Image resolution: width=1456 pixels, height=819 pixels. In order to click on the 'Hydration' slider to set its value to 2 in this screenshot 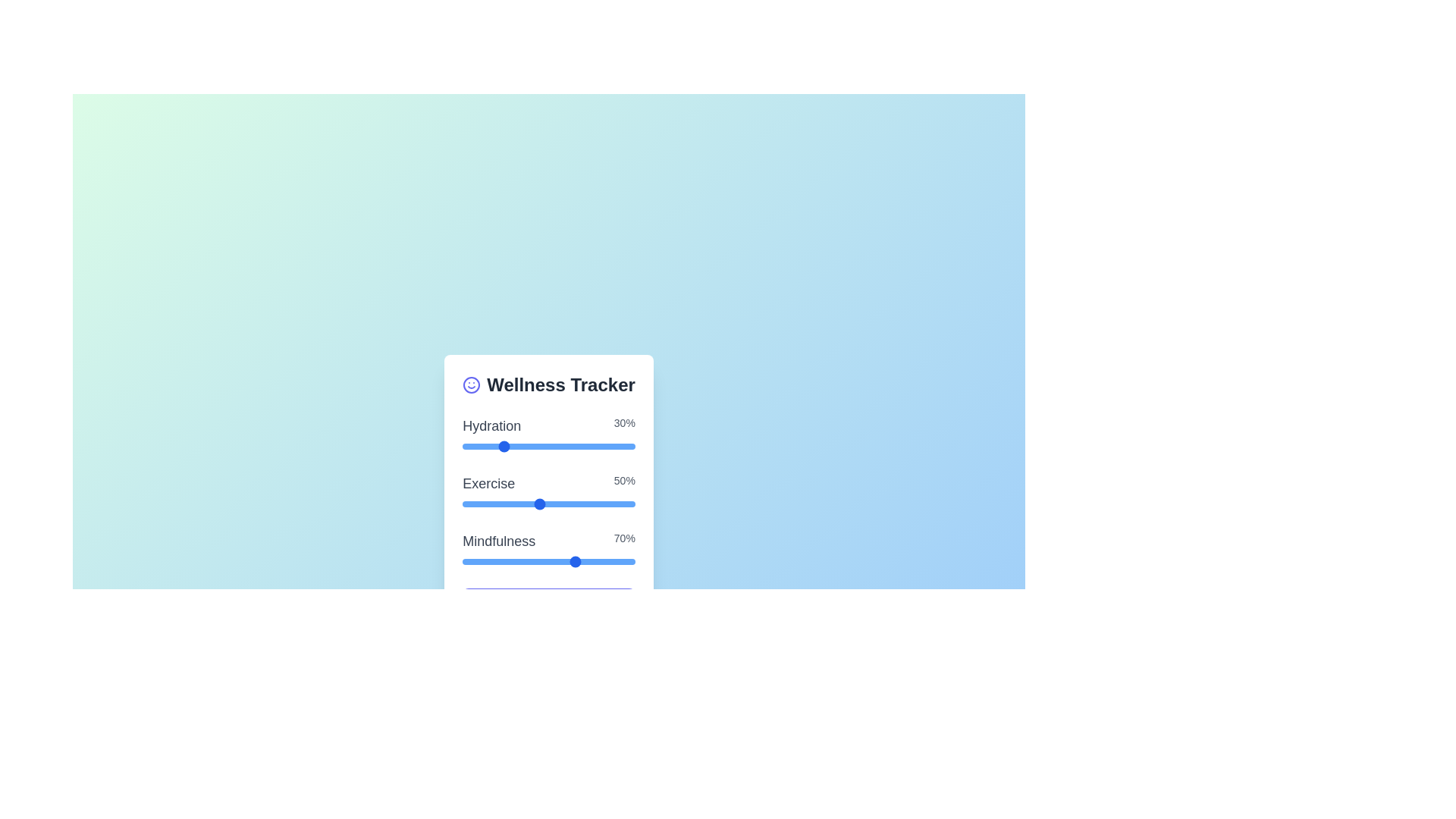, I will do `click(481, 446)`.